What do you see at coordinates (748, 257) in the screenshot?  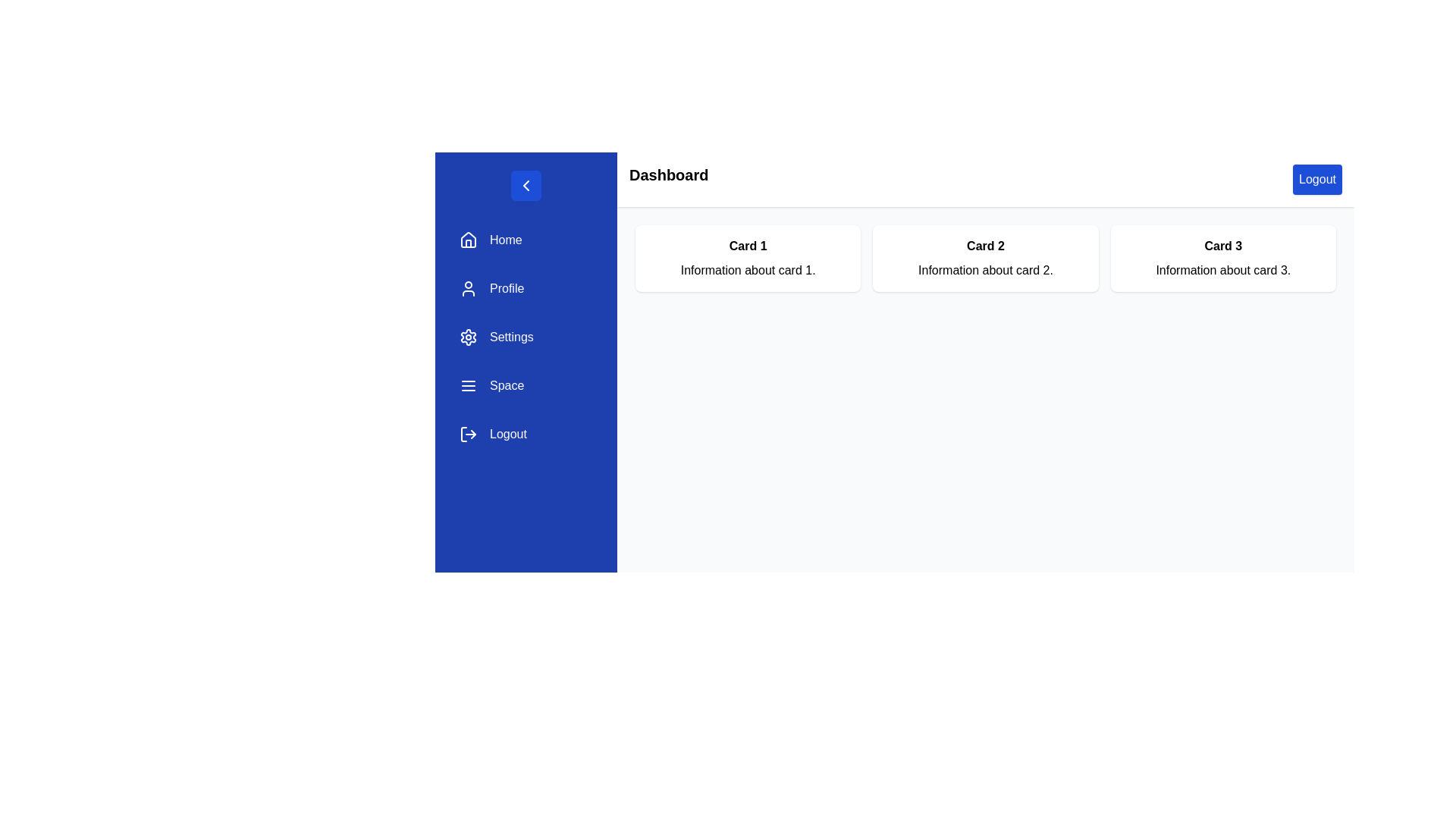 I see `any potentially interactive elements within the 'Card 1' informational card, which is the first card in a horizontal grid layout near the top-right section of the interface` at bounding box center [748, 257].